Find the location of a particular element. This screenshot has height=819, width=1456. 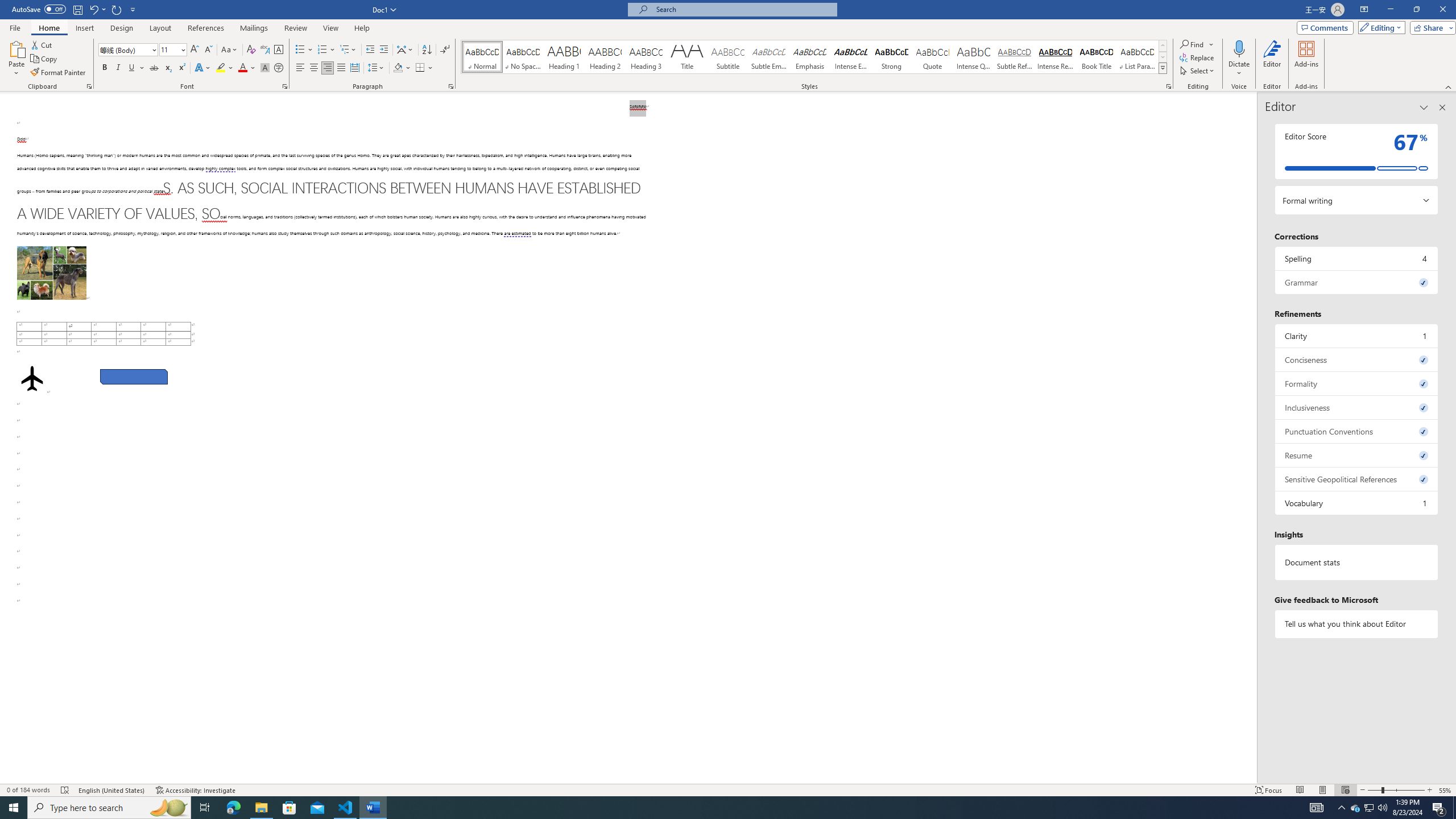

'Airplane with solid fill' is located at coordinates (32, 379).